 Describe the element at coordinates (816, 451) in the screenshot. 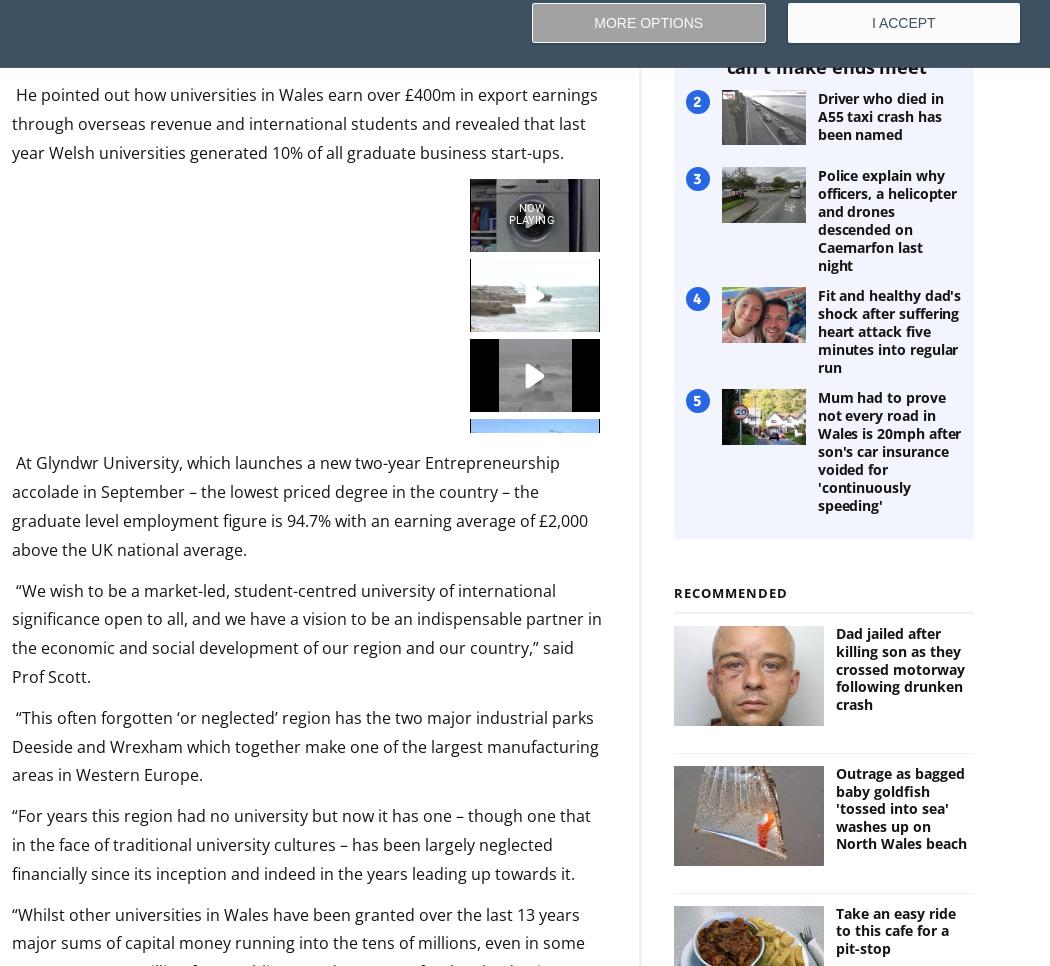

I see `'Mum had to prove not every road in Wales is 20mph after son's car insurance voided for 'continuously speeding''` at that location.